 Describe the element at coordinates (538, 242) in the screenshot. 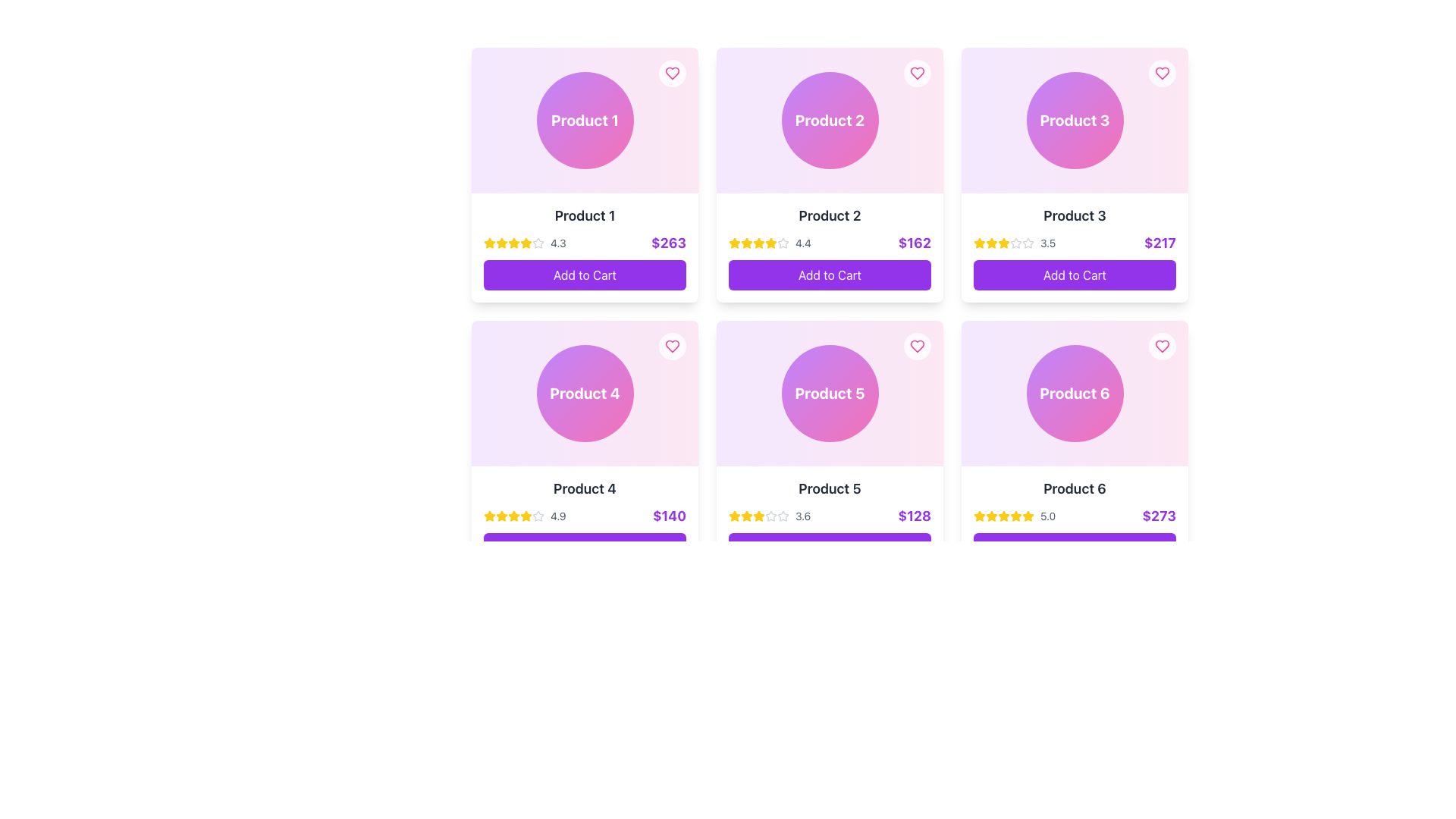

I see `the hollow gray star icon, which is the last star in the sequence of rating stars for the first product card` at that location.